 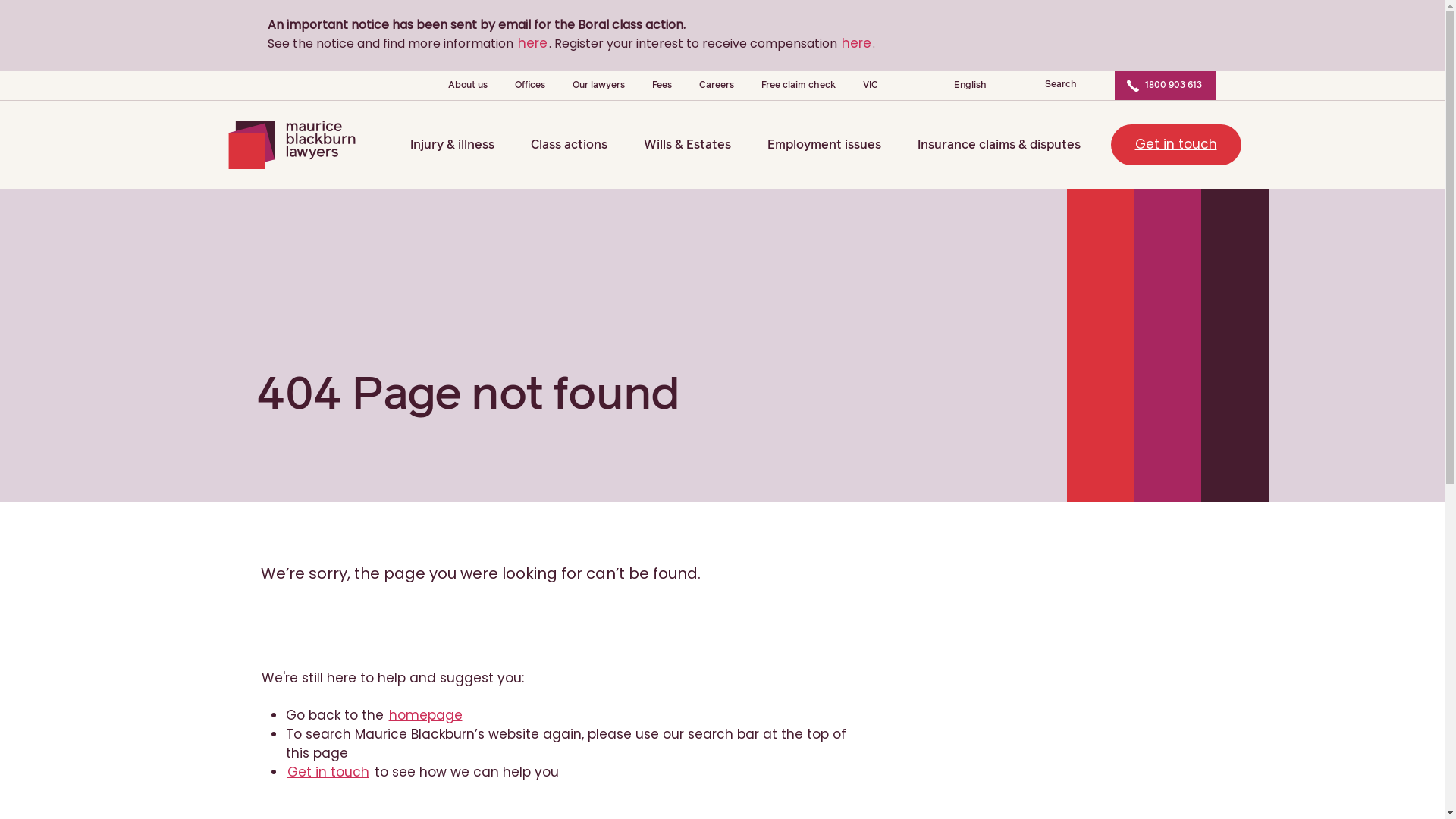 What do you see at coordinates (529, 85) in the screenshot?
I see `'Offices'` at bounding box center [529, 85].